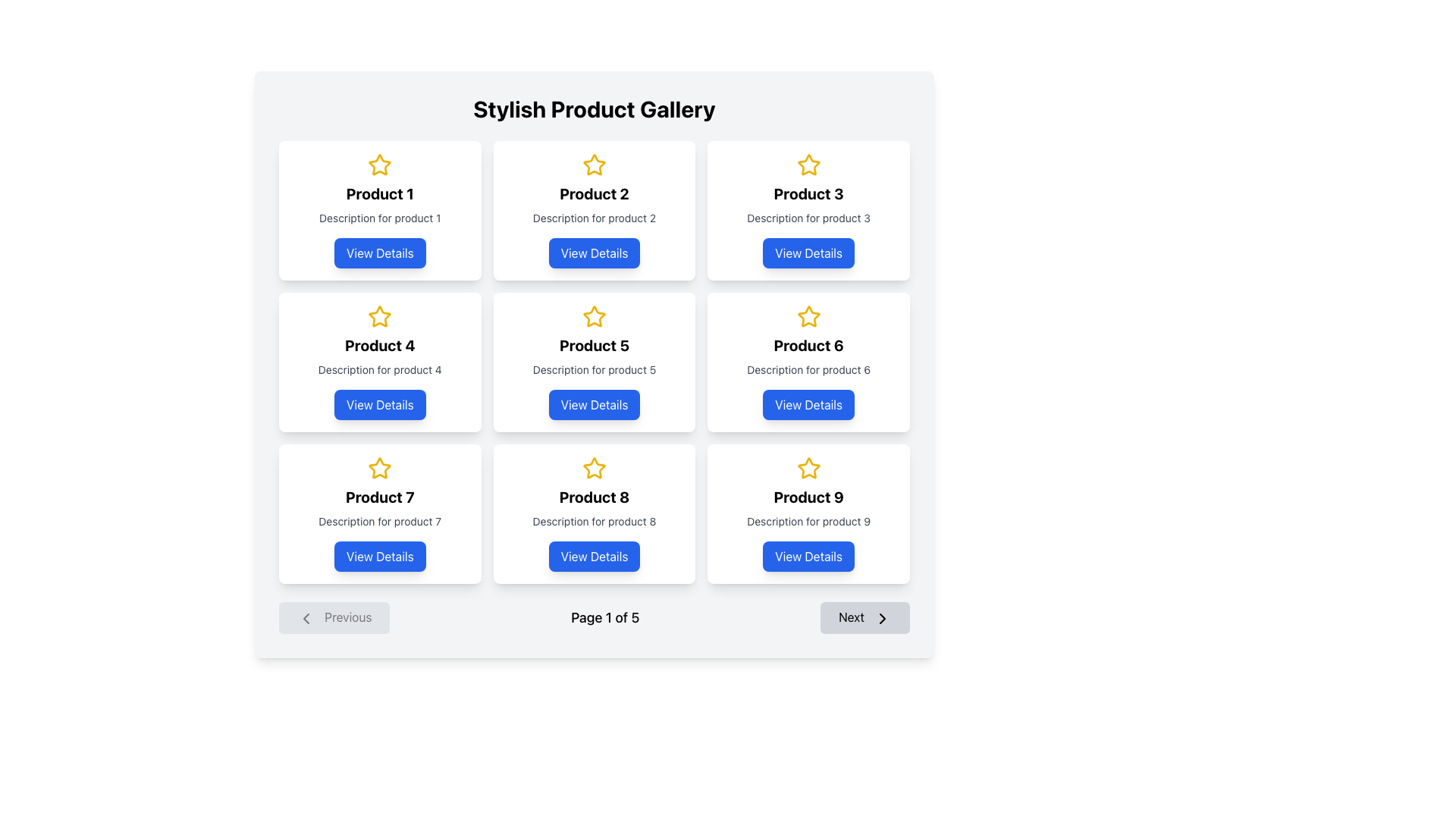 The height and width of the screenshot is (819, 1456). Describe the element at coordinates (808, 467) in the screenshot. I see `the rating or bookmark icon located at the top of the card labeled 'Product 9', positioned at the center of the first row above the product title and description` at that location.